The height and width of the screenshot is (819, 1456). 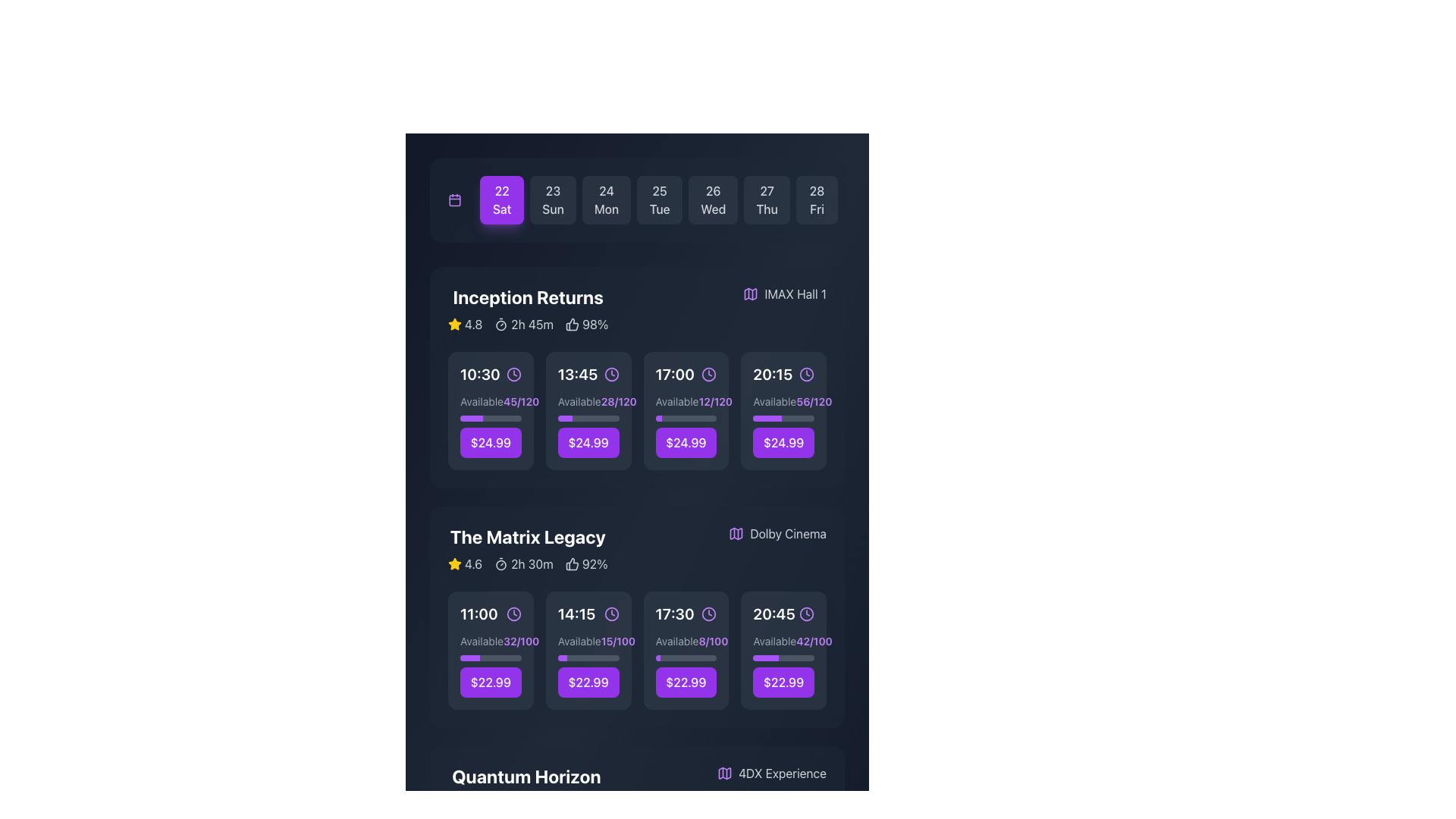 I want to click on the progress bar located under the '17:30' column in the second row of time slots under 'The Matrix Legacy' section, which is positioned below the 'Available 8/100' text and above the '$22.99' button, so click(x=685, y=657).